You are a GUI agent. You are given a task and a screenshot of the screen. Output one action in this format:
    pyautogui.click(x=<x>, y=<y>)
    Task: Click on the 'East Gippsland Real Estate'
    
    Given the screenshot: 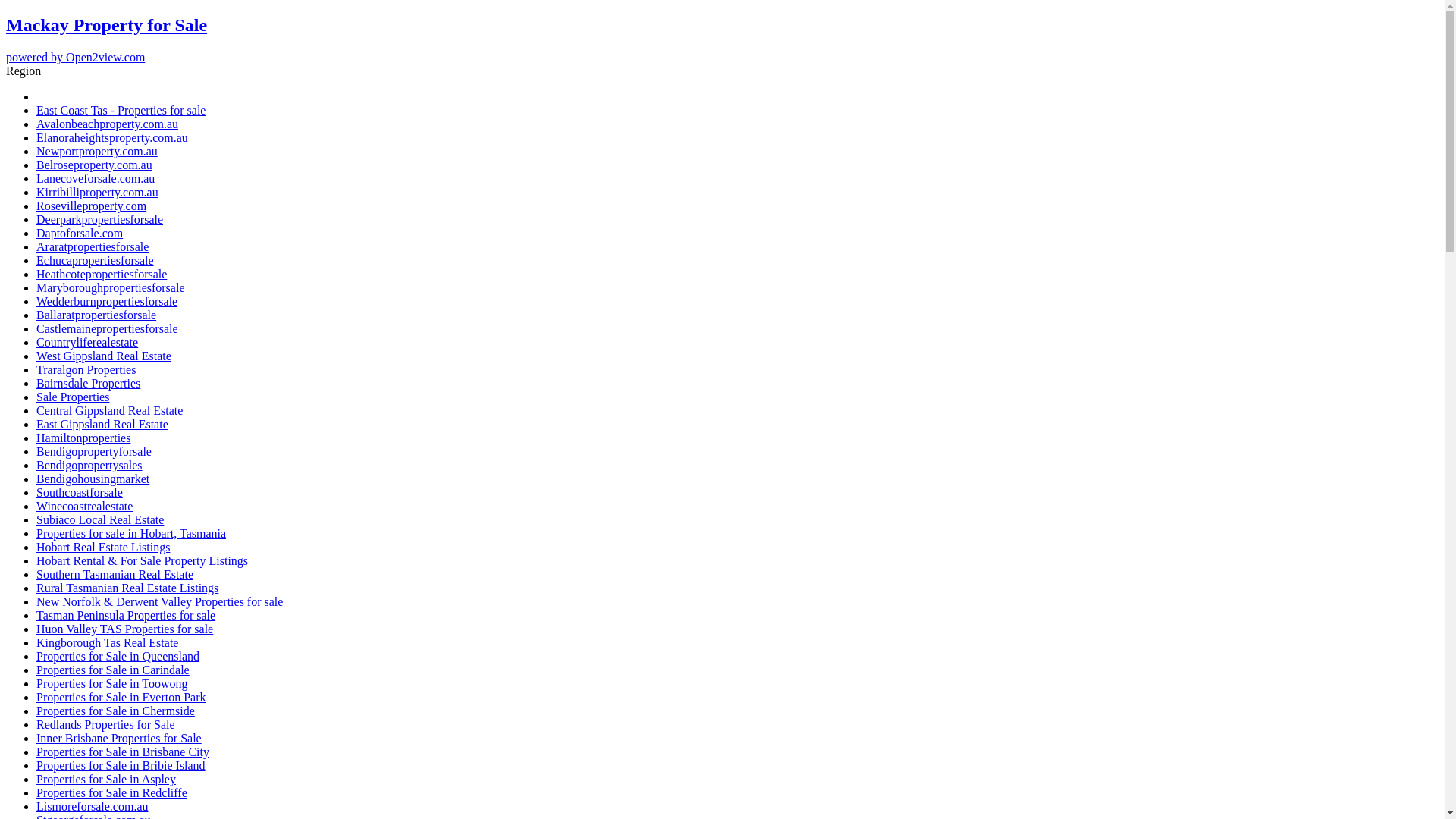 What is the action you would take?
    pyautogui.click(x=101, y=424)
    